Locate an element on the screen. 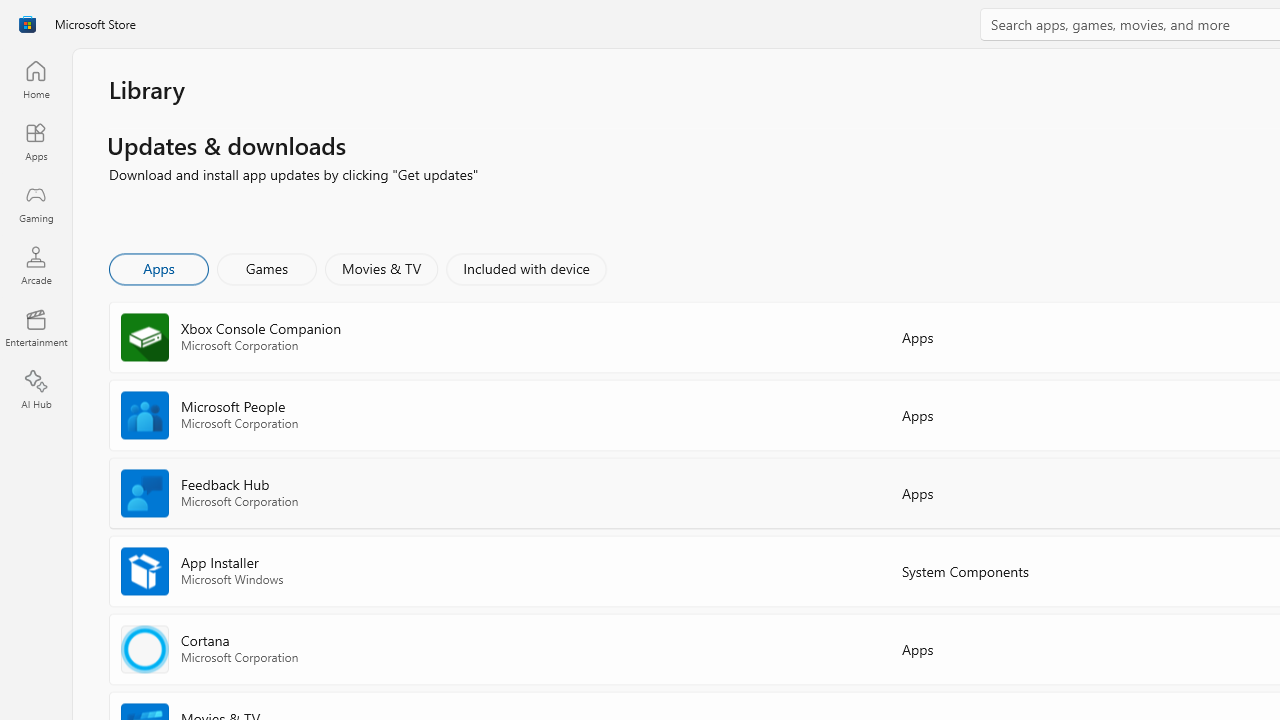  'AI Hub' is located at coordinates (35, 390).